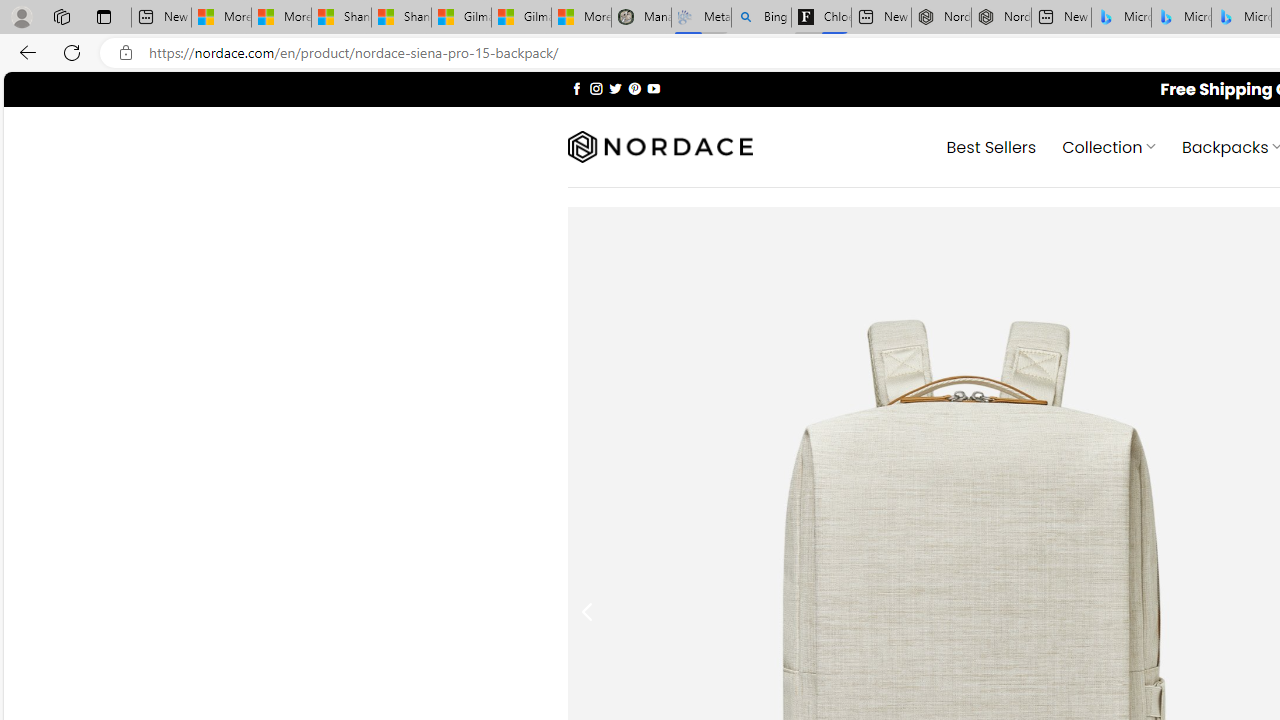 This screenshot has height=720, width=1280. I want to click on 'Gilma and Hector both pose tropical trouble for Hawaii', so click(521, 17).